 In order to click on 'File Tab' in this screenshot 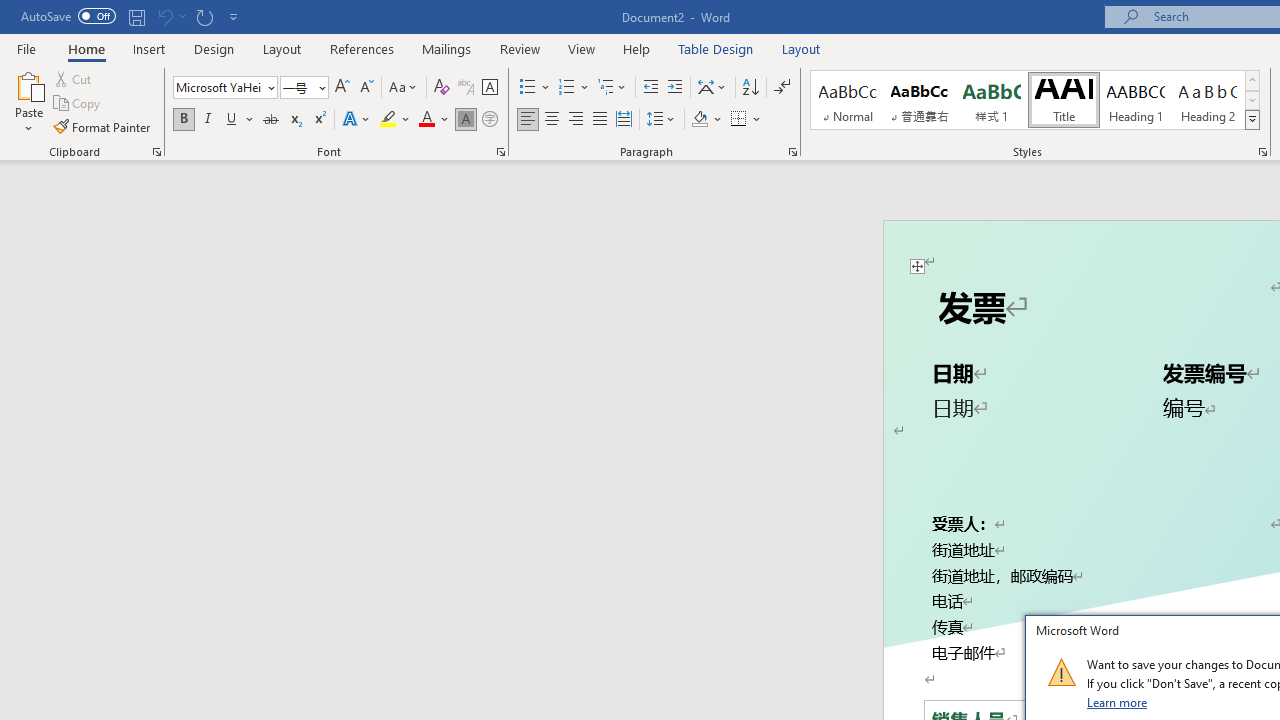, I will do `click(26, 47)`.